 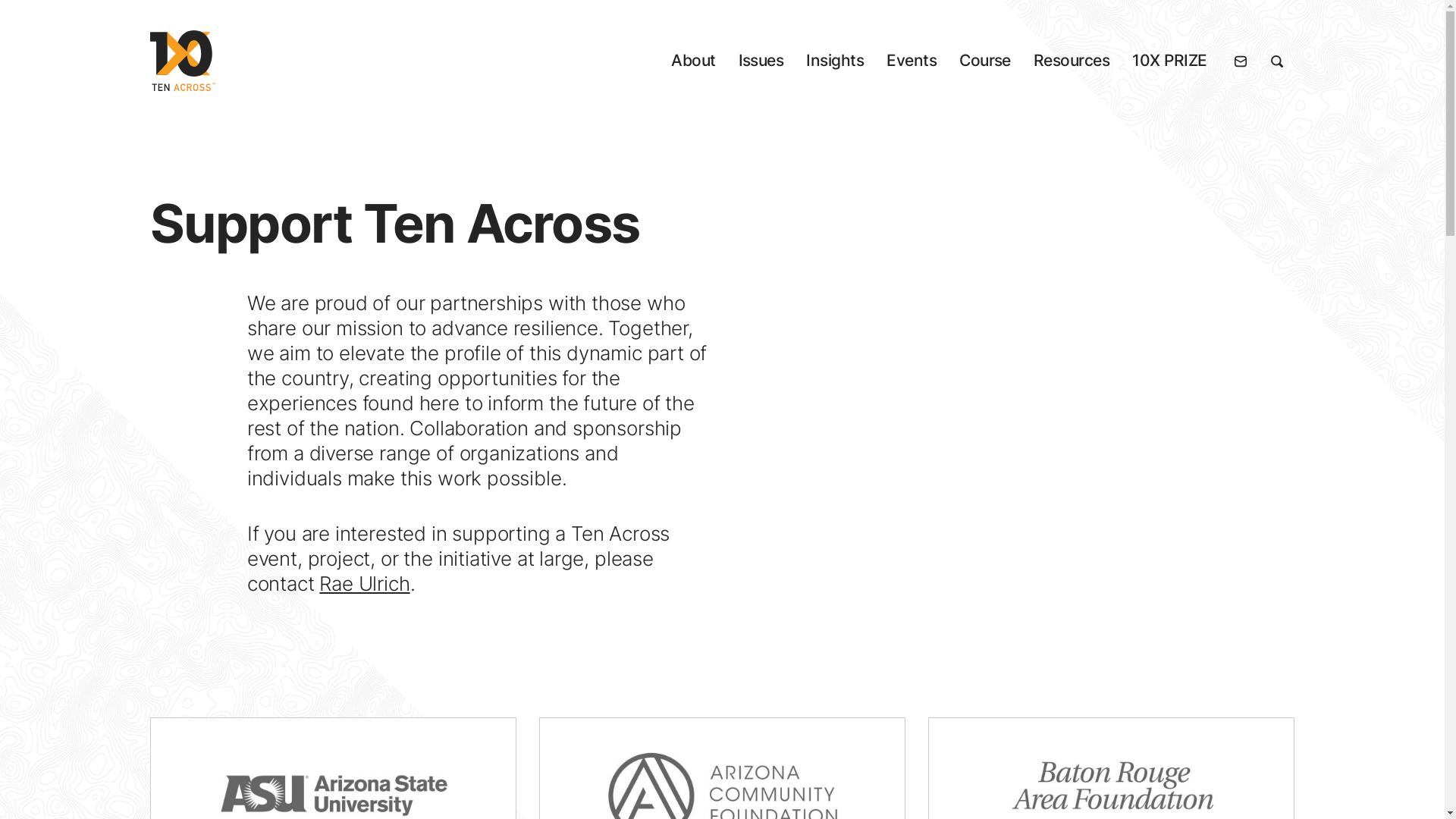 What do you see at coordinates (692, 60) in the screenshot?
I see `'About'` at bounding box center [692, 60].